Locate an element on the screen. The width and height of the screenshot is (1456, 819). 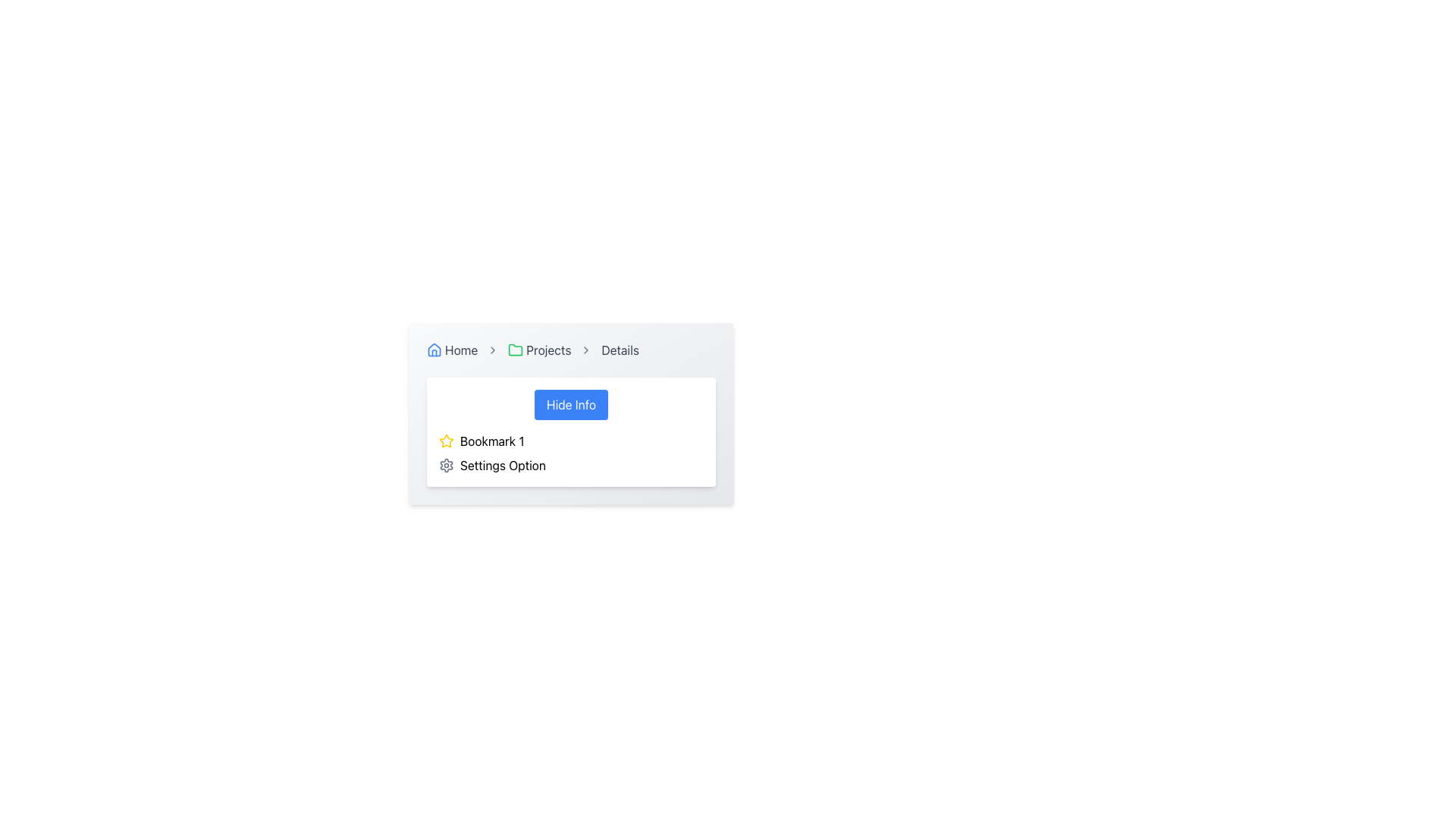
the 'Home' icon located in the navigation breadcrumb area at the top left is located at coordinates (433, 350).